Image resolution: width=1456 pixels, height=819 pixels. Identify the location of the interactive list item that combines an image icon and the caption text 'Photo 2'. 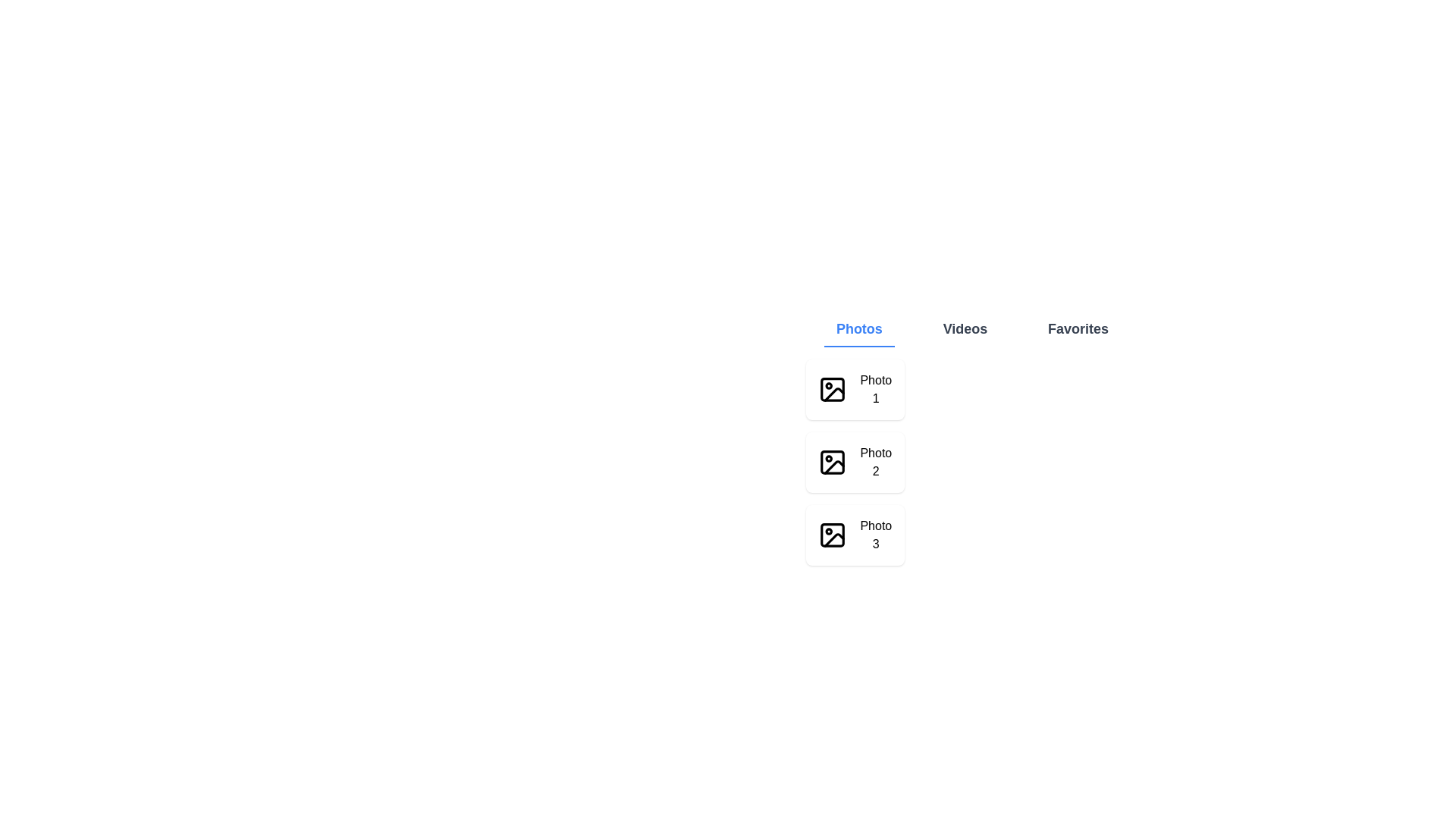
(855, 461).